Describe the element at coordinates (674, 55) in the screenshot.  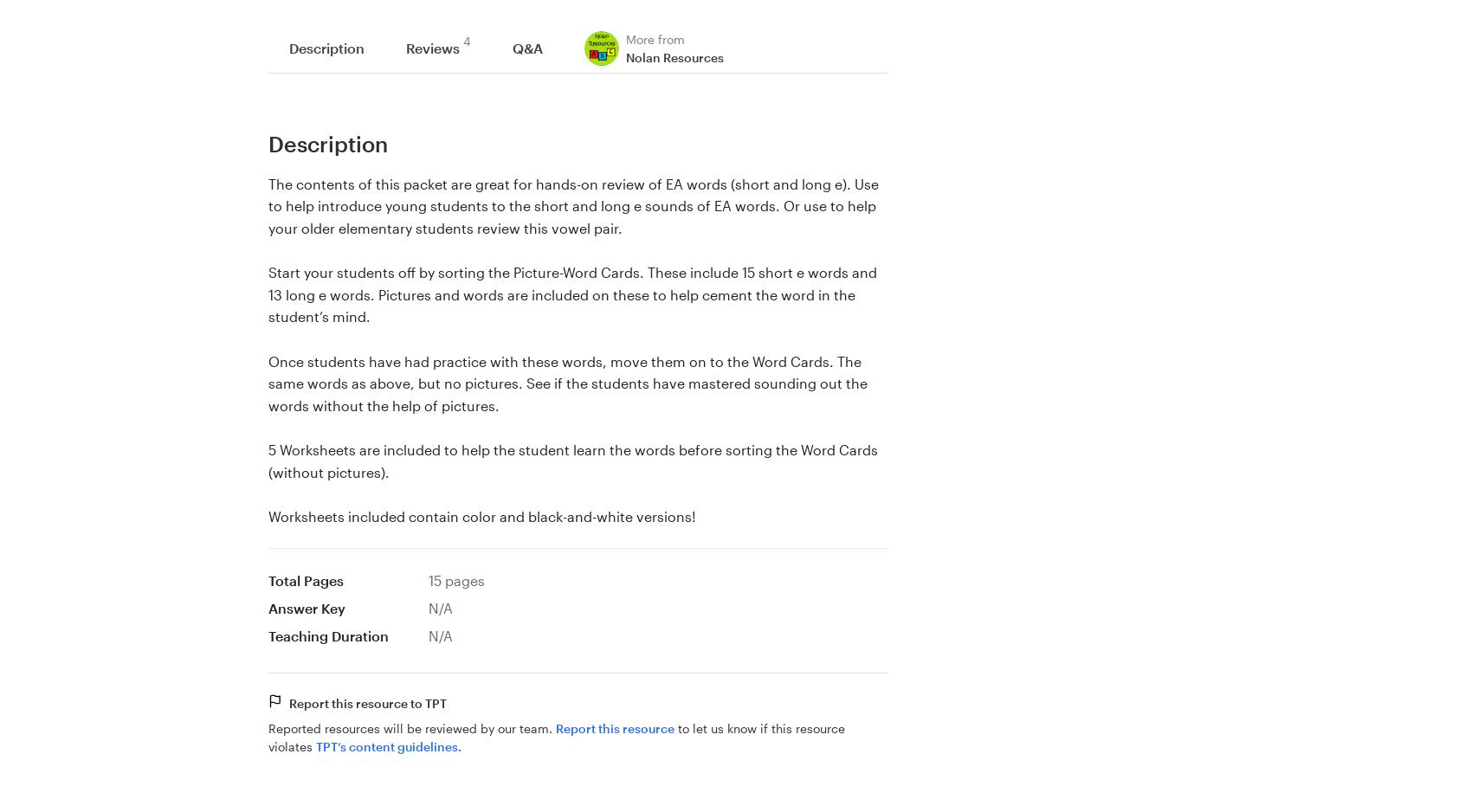
I see `'Nolan Resources'` at that location.